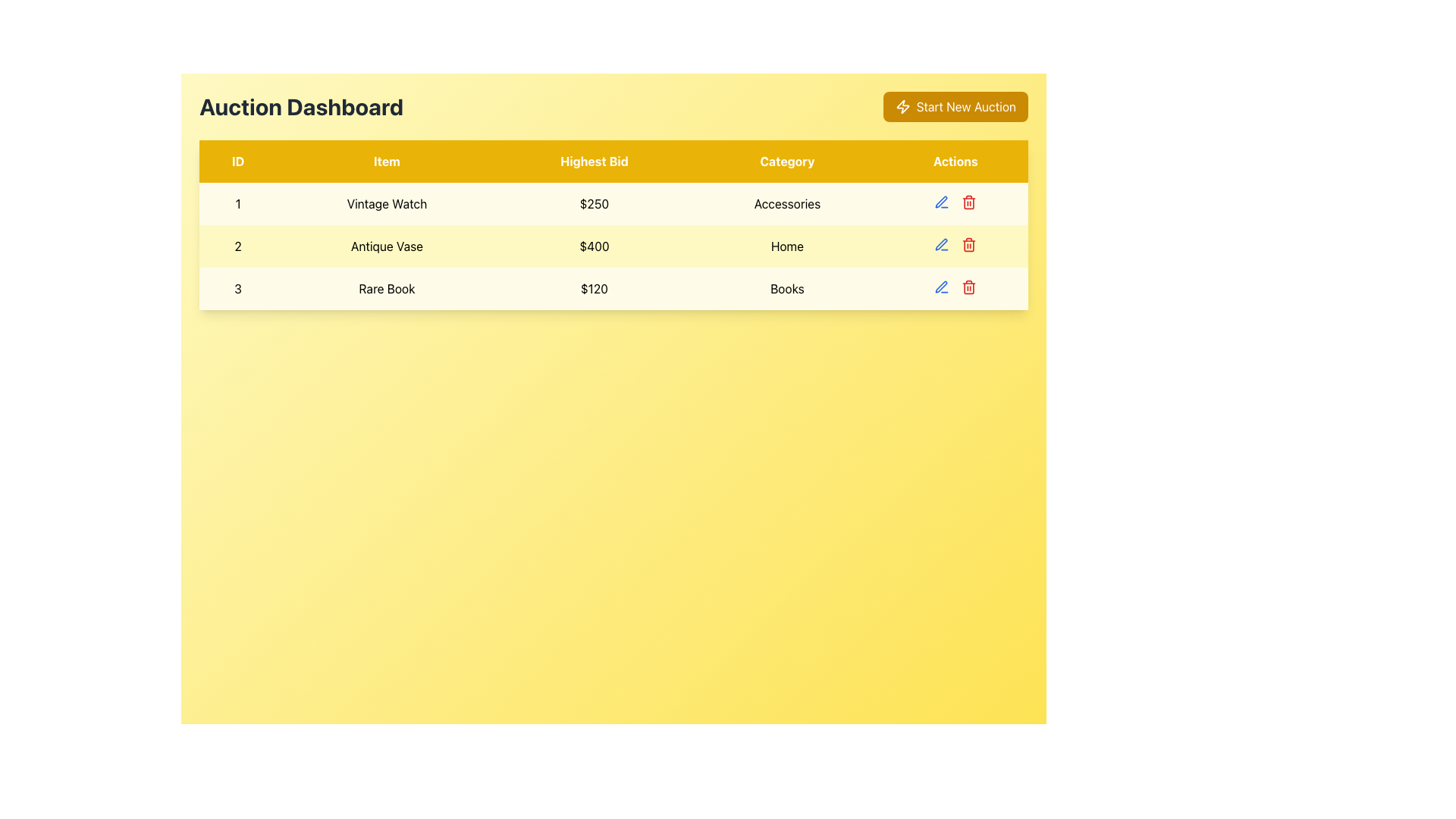 The image size is (1456, 819). I want to click on the delete icon located in the 'Actions' column of the table row for 'Antique Vase' to possibly display a tooltip, so click(968, 244).